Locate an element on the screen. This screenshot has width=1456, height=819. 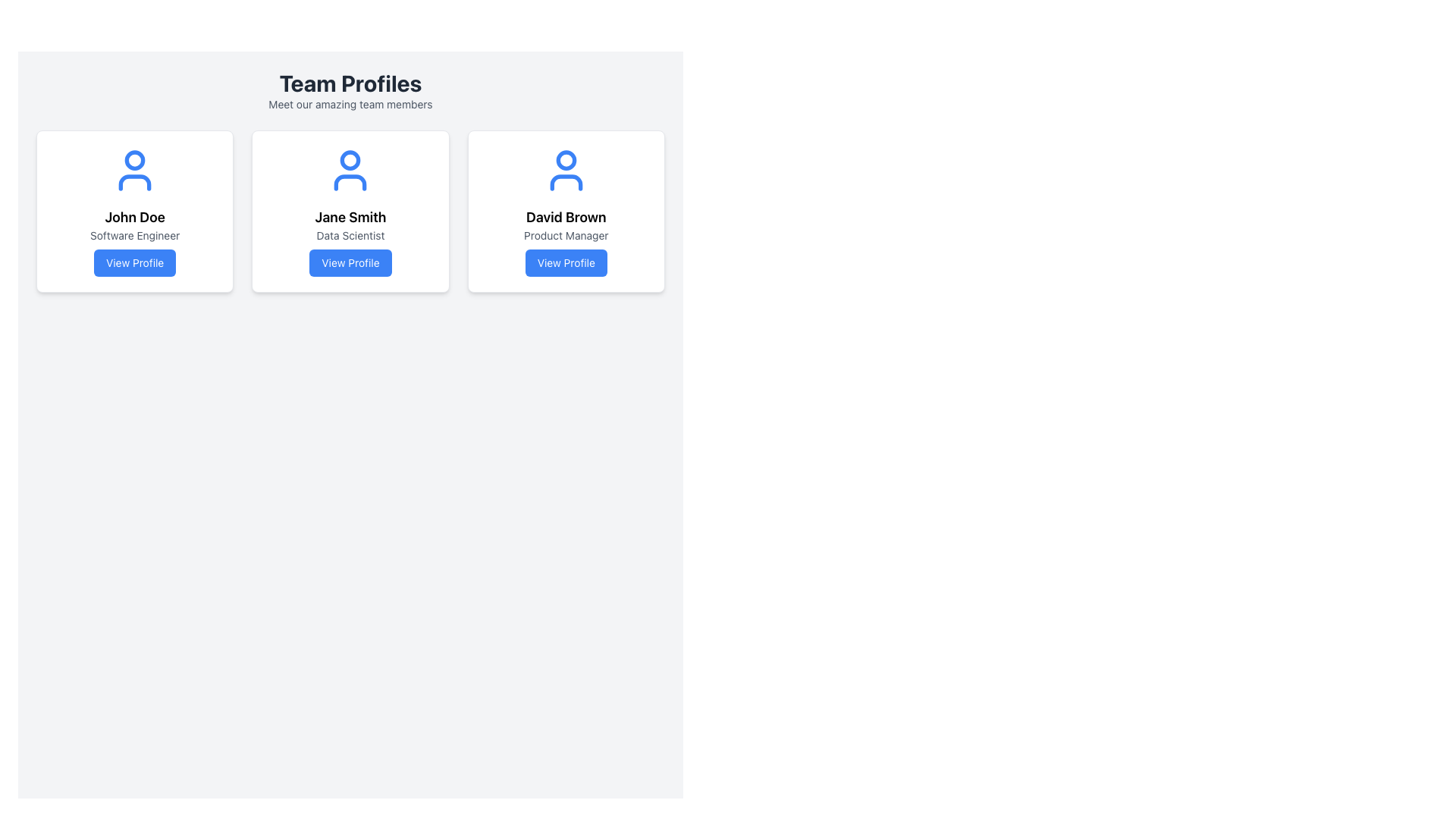
the blue user icon representing a human figure within Jane Smith's profile card, located at the center of the interface is located at coordinates (350, 170).